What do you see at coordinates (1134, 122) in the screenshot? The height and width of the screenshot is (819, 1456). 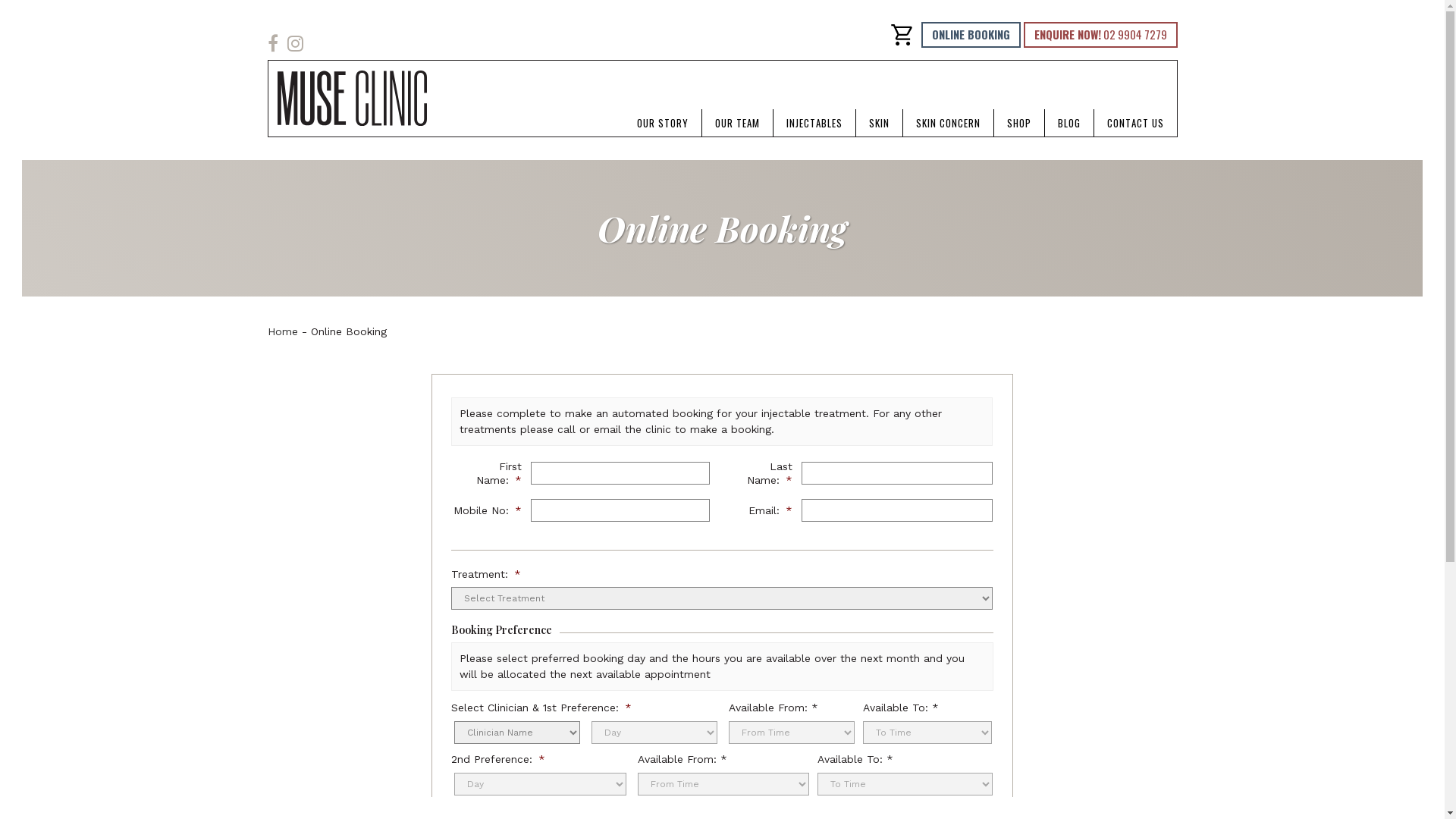 I see `'CONTACT US'` at bounding box center [1134, 122].